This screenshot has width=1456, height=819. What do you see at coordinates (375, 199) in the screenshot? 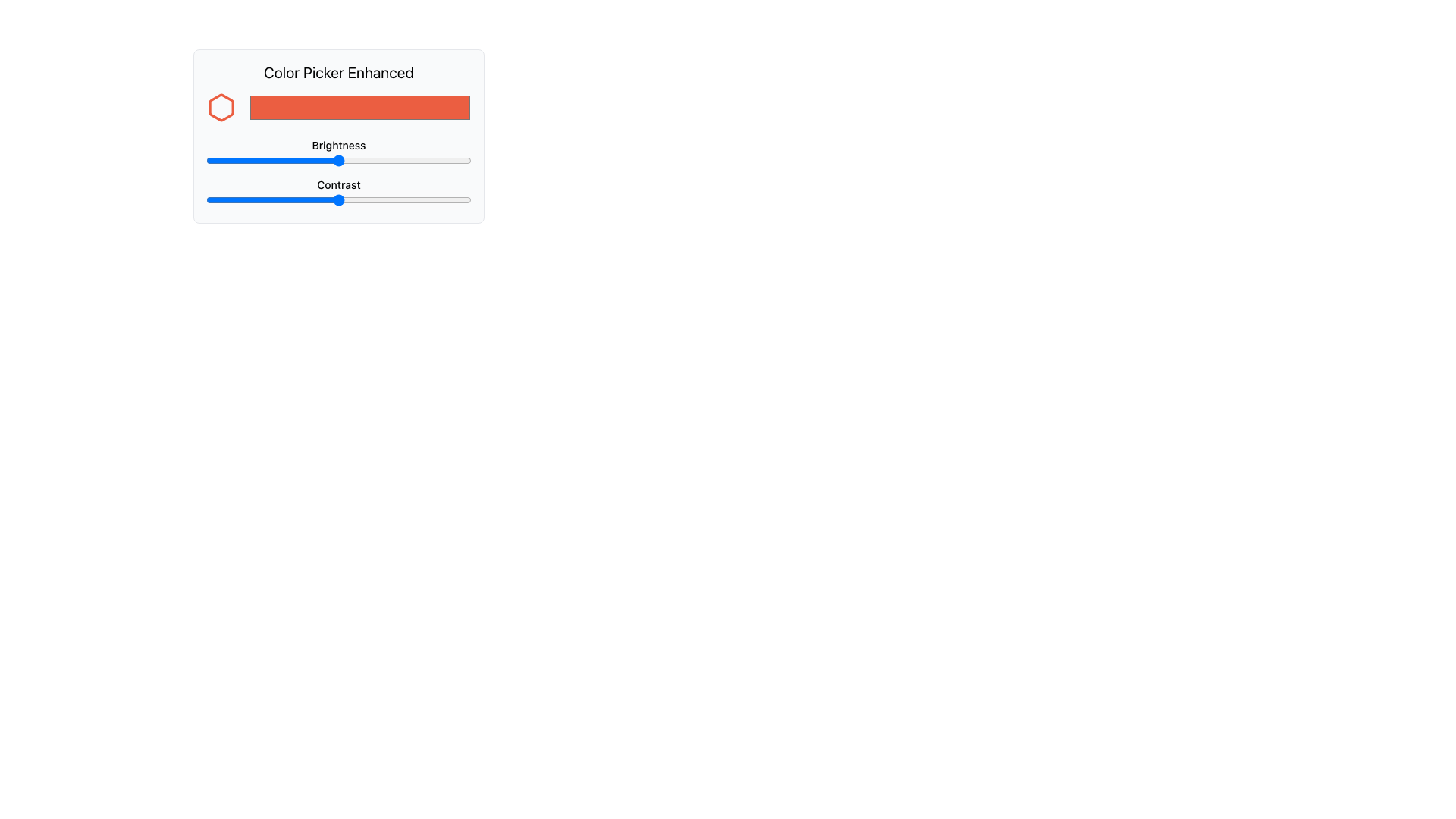
I see `the contrast value` at bounding box center [375, 199].